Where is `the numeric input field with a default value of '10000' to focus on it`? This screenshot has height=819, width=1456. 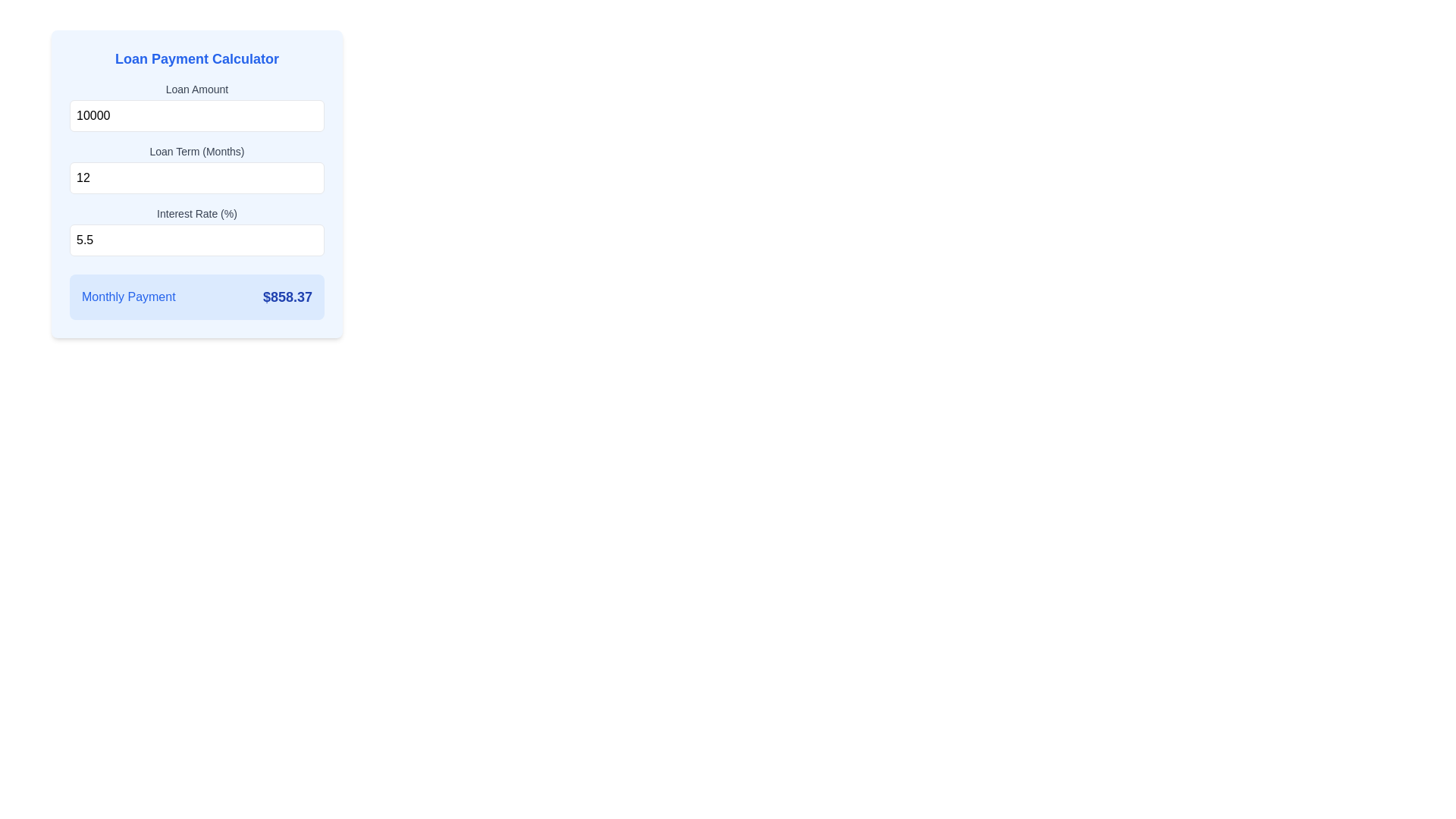 the numeric input field with a default value of '10000' to focus on it is located at coordinates (196, 115).